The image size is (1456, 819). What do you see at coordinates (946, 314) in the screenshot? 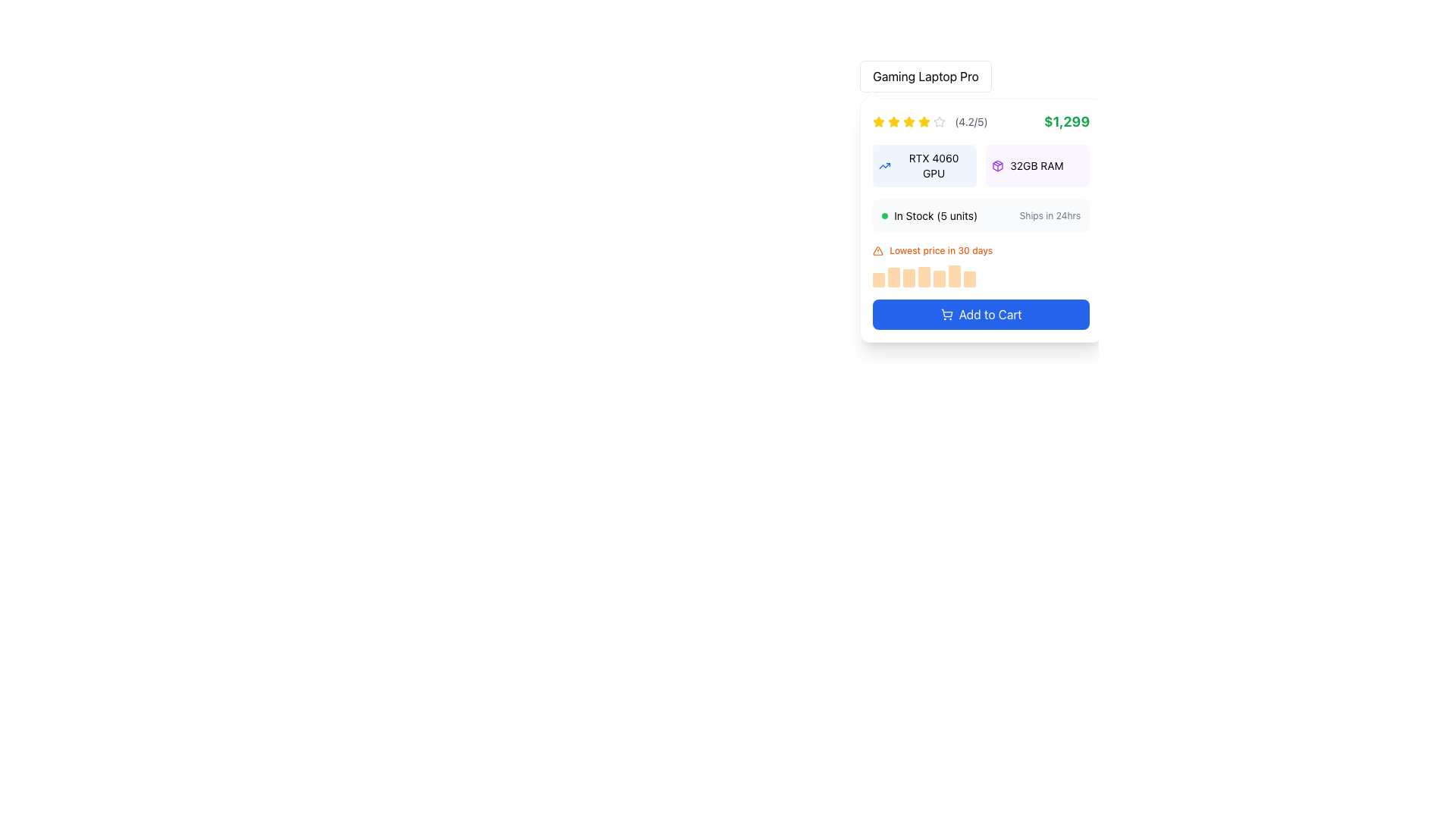
I see `the shopping cart icon located within the blue 'Add to Cart' button at the bottom of the right panel` at bounding box center [946, 314].